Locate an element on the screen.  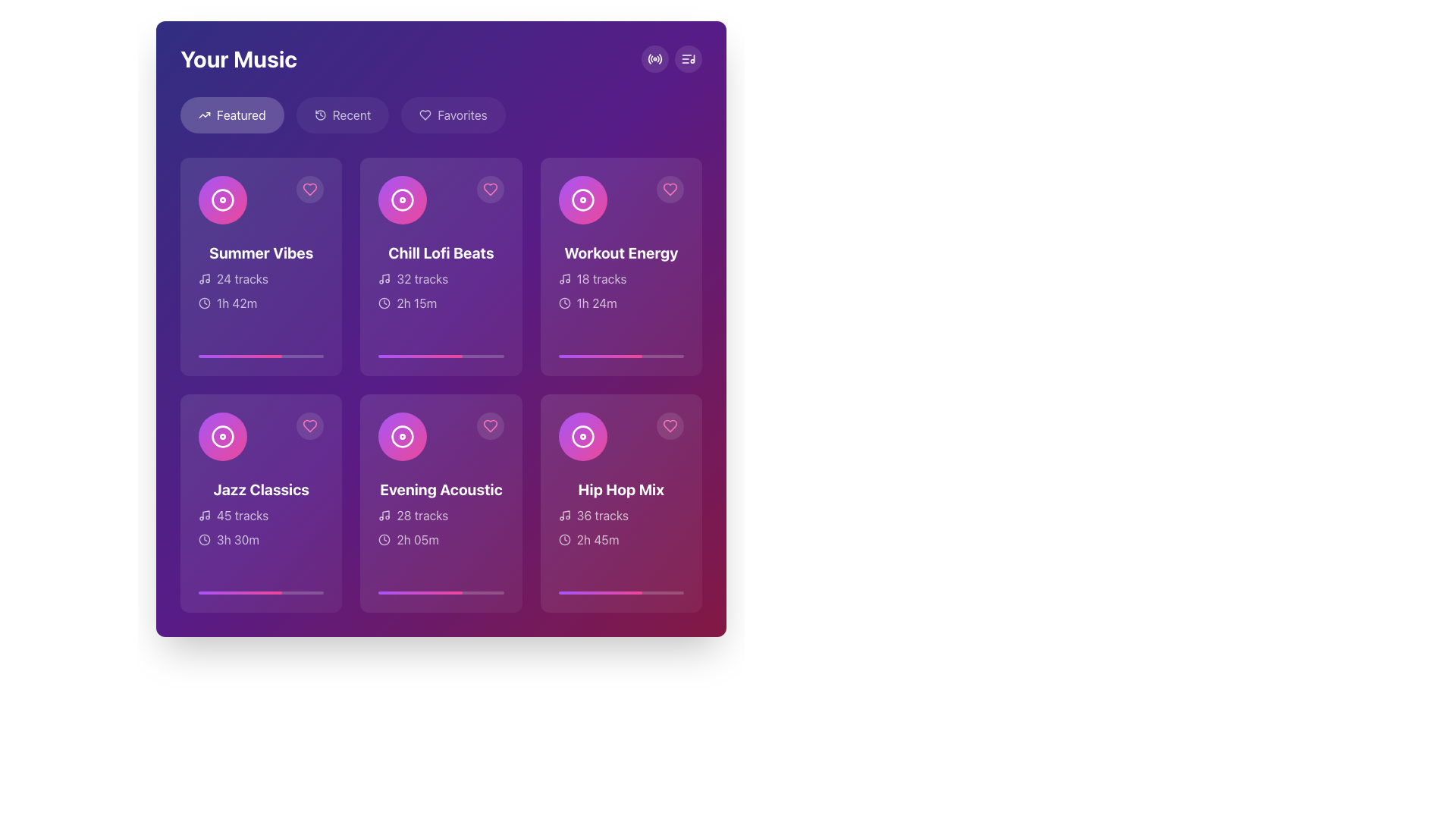
the decorative SVG circle that represents the main body of the clock icon, located in the top section of the interface is located at coordinates (384, 303).